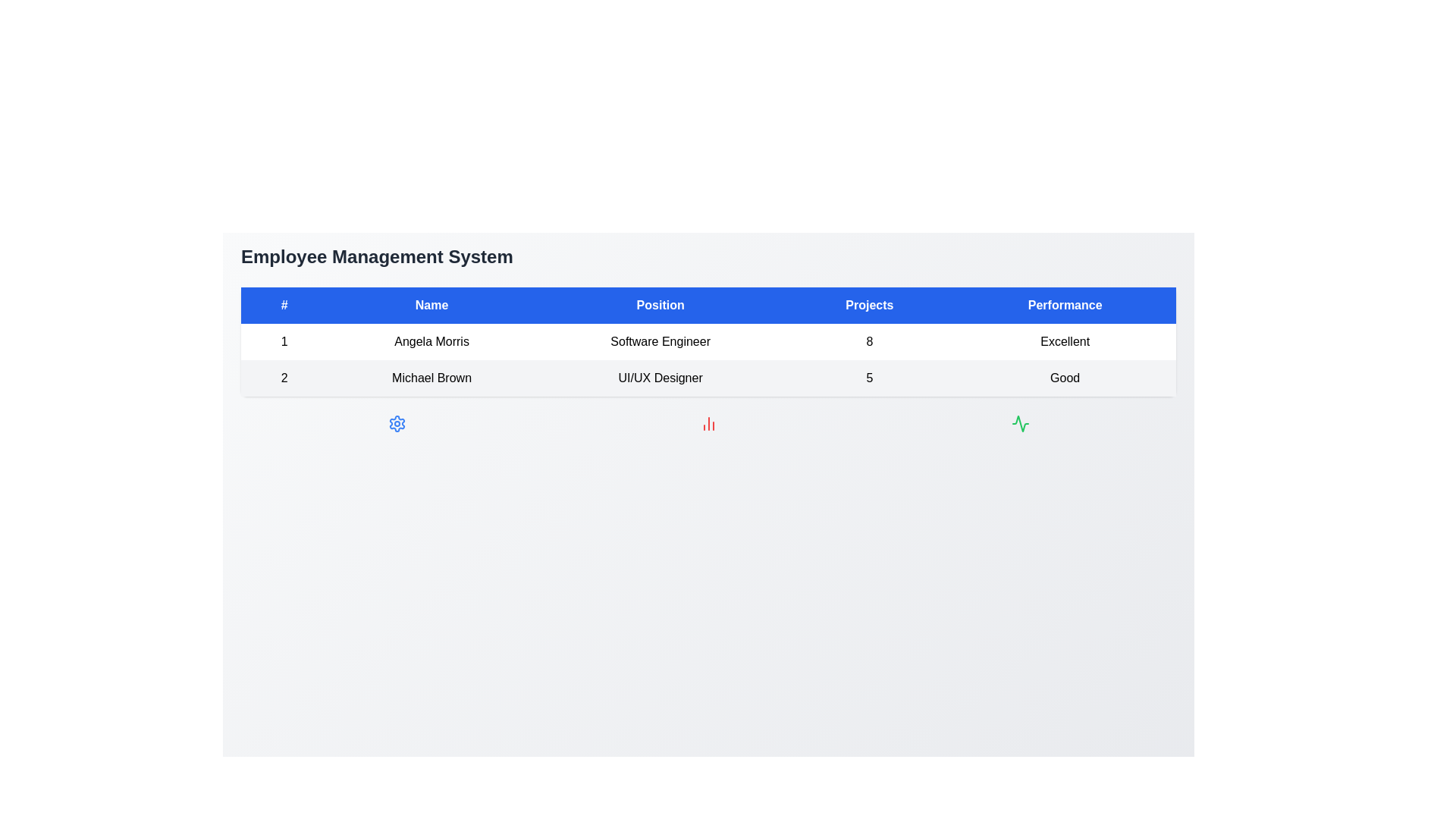 The width and height of the screenshot is (1456, 819). I want to click on the red bar chart icon button to trigger the color change effect, so click(708, 424).